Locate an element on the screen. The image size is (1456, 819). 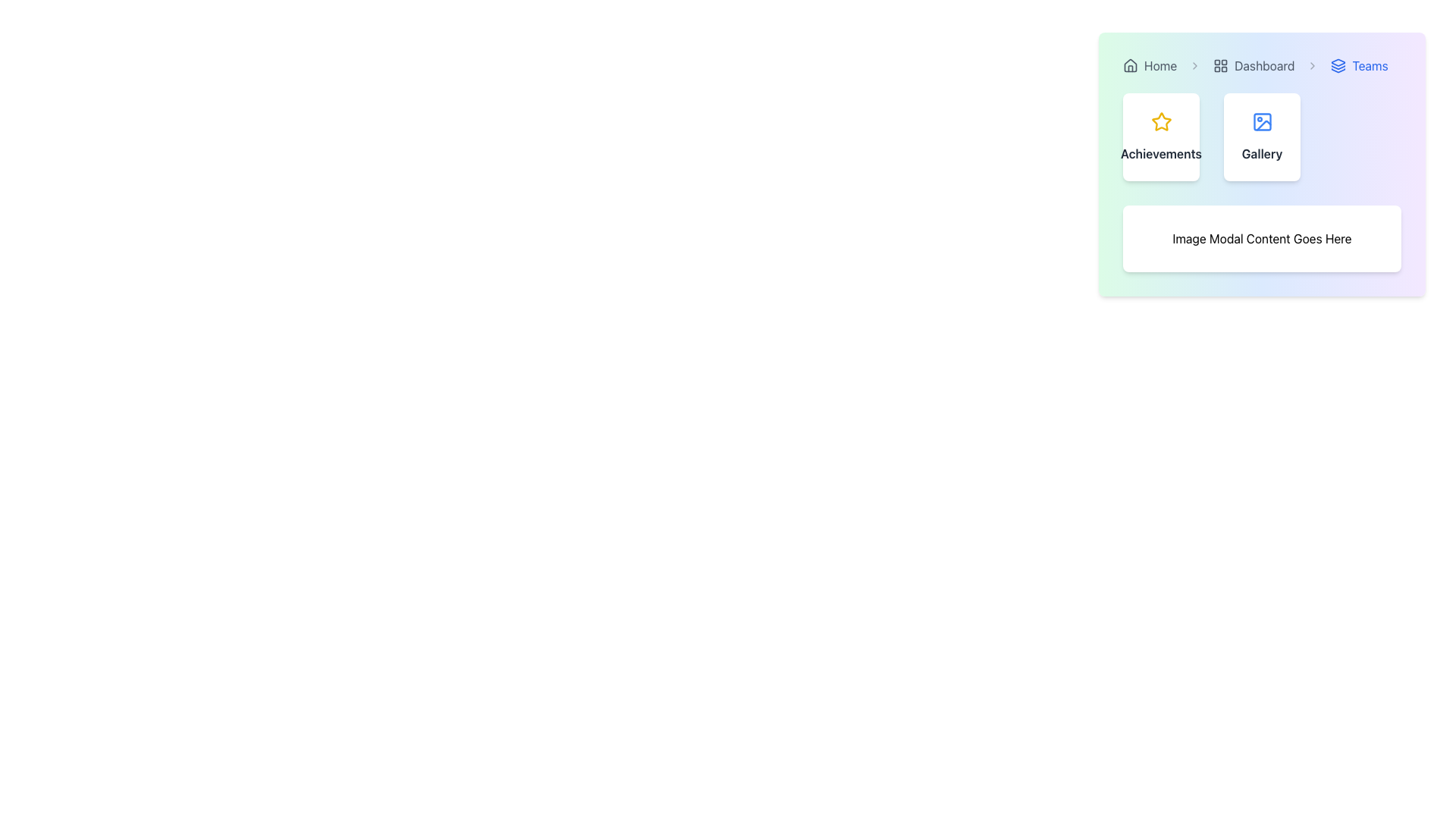
the text label reading 'Home' located near the top of the navigation bar, which is gray and in a standard sans-serif font is located at coordinates (1159, 65).